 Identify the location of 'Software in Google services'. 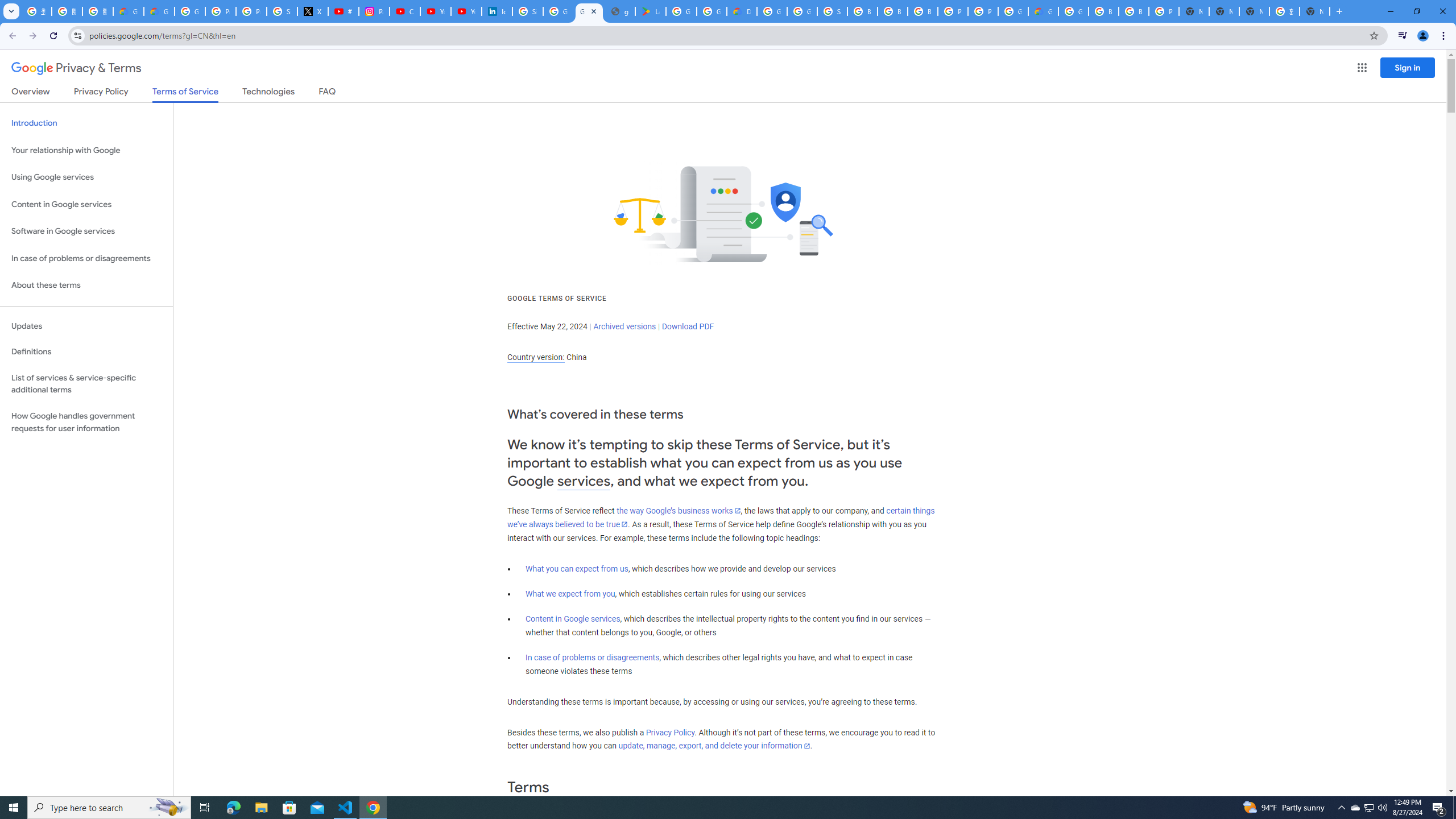
(86, 230).